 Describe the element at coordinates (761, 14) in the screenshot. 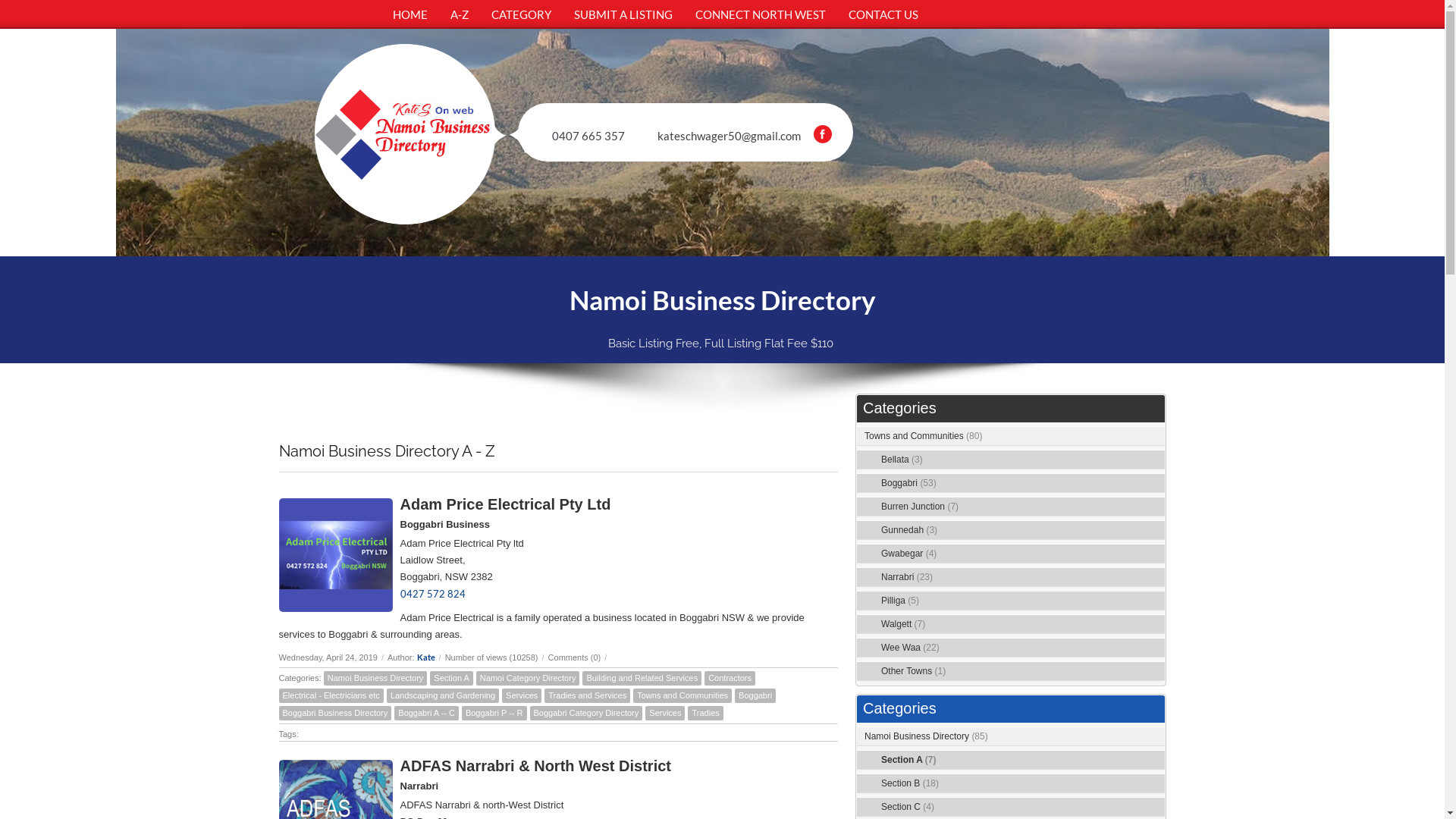

I see `'CONNECT NORTH WEST'` at that location.